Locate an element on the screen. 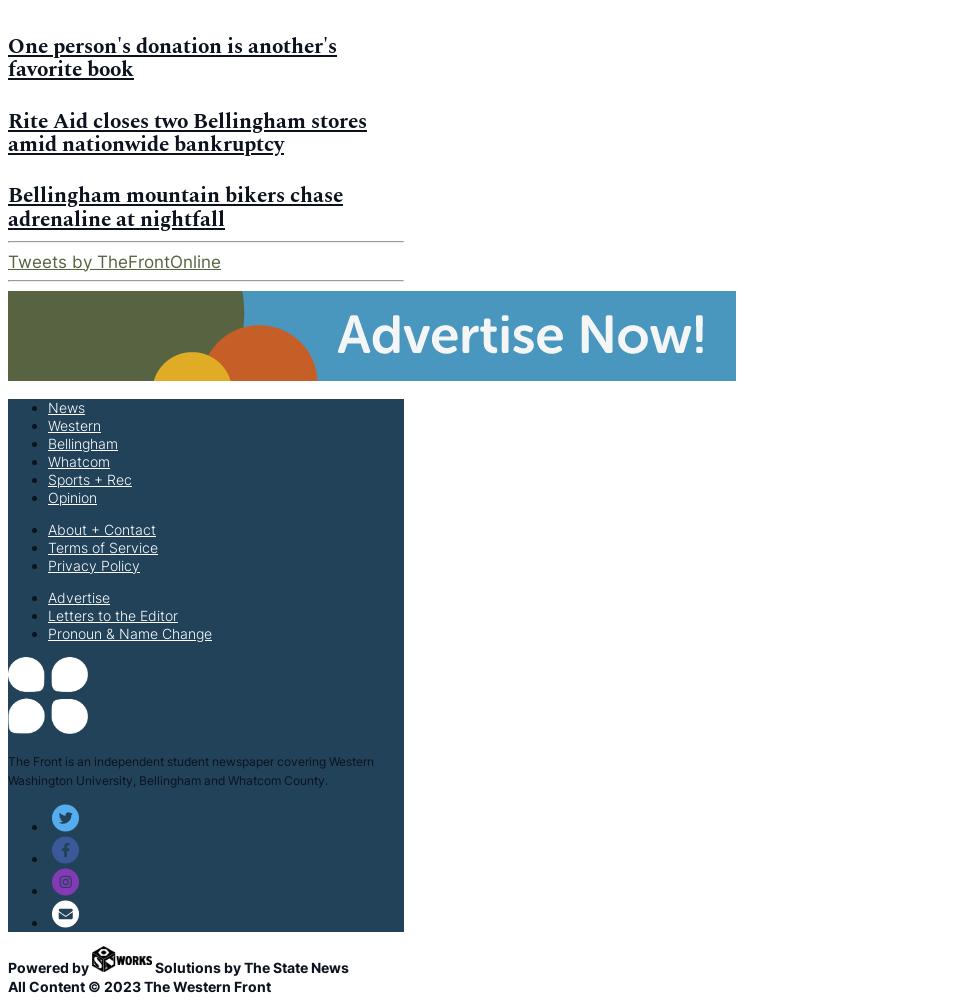 The image size is (978, 1001). 'Privacy Policy' is located at coordinates (48, 563).